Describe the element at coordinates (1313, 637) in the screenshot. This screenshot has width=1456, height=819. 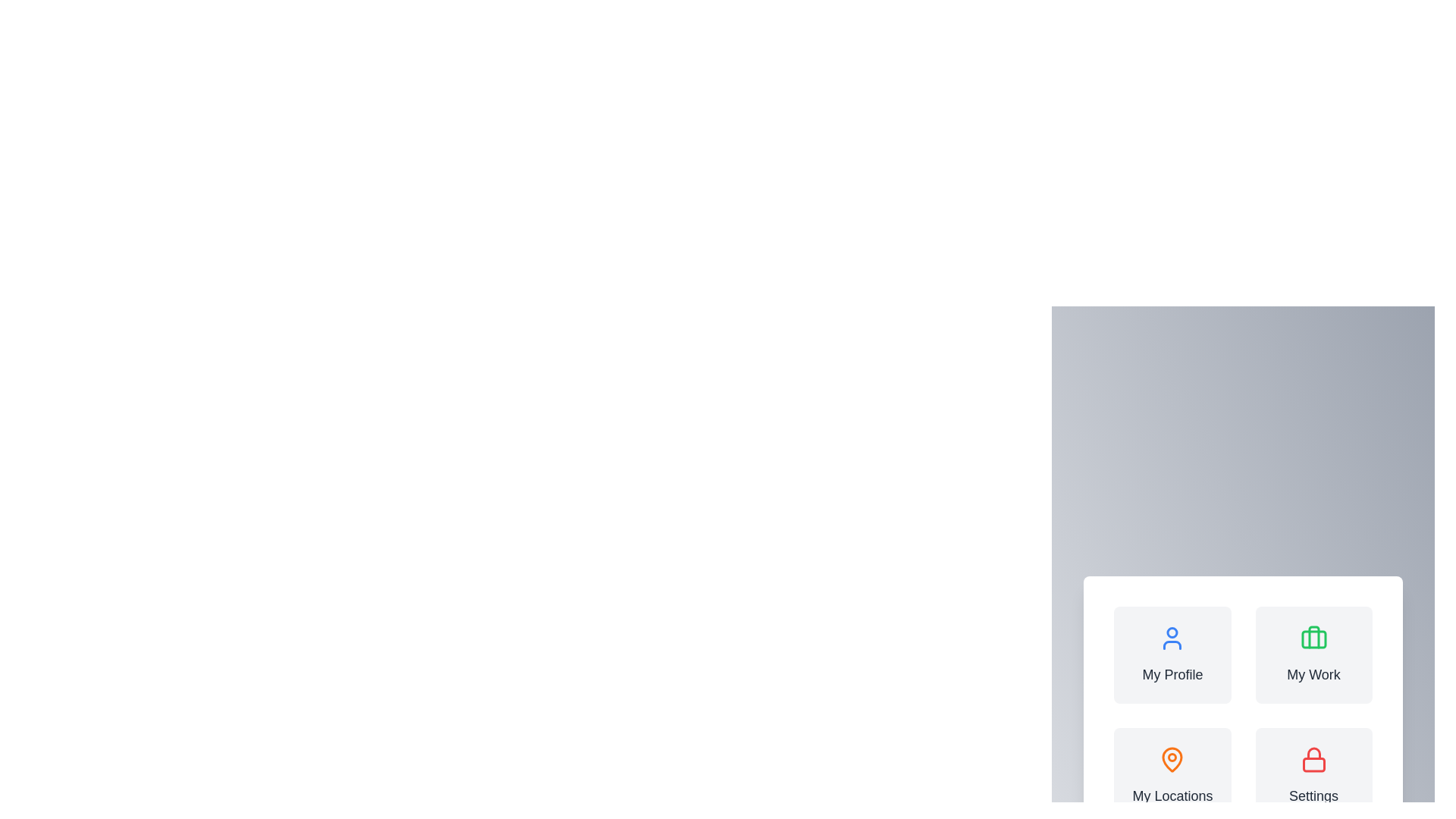
I see `the vertical center detail of the green suitcase icon in the top-right button labeled 'My Work' in the grid of four options` at that location.